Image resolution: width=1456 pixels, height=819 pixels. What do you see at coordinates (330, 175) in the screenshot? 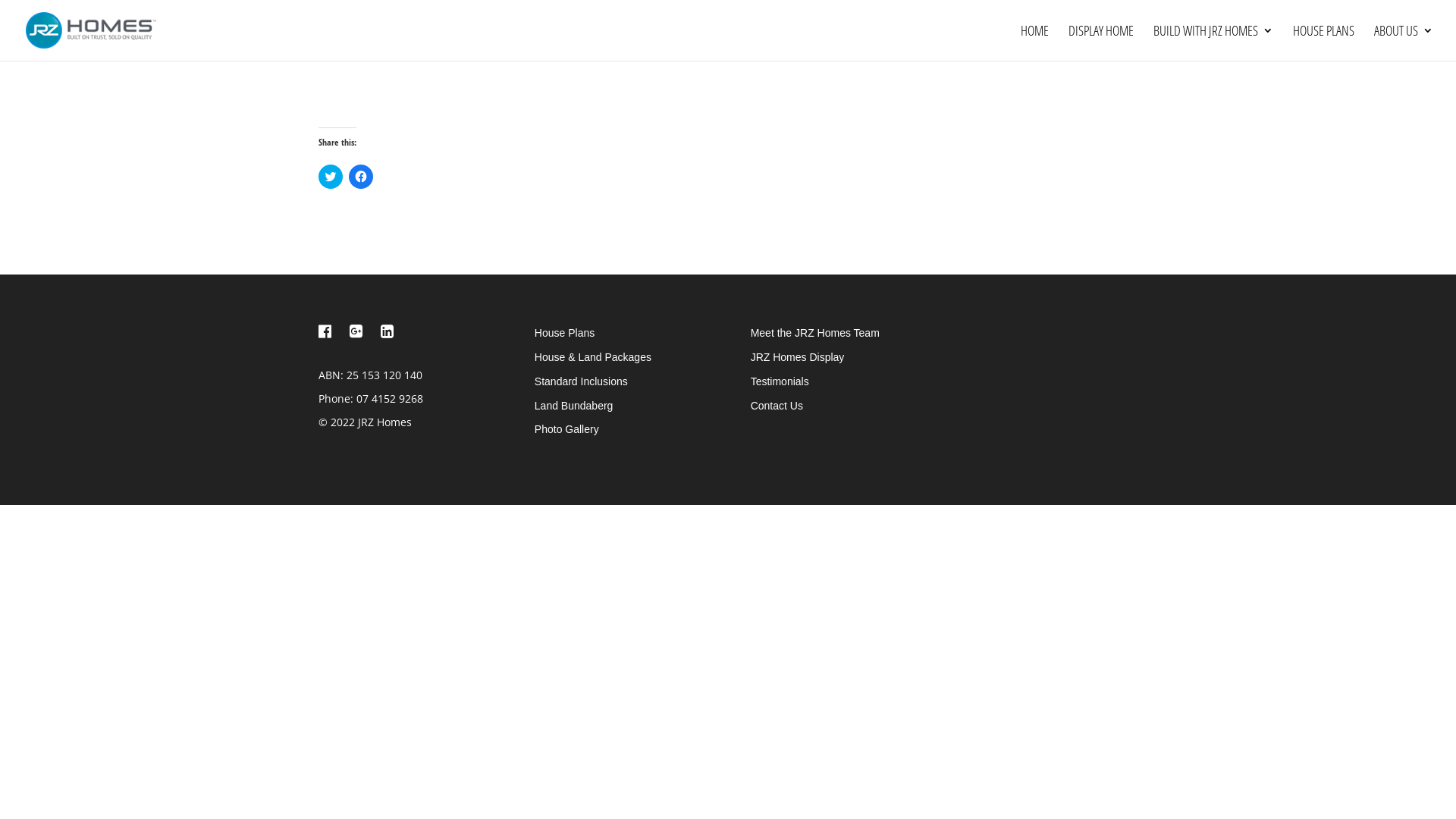
I see `'Click to share on Twitter (Opens in new window)'` at bounding box center [330, 175].